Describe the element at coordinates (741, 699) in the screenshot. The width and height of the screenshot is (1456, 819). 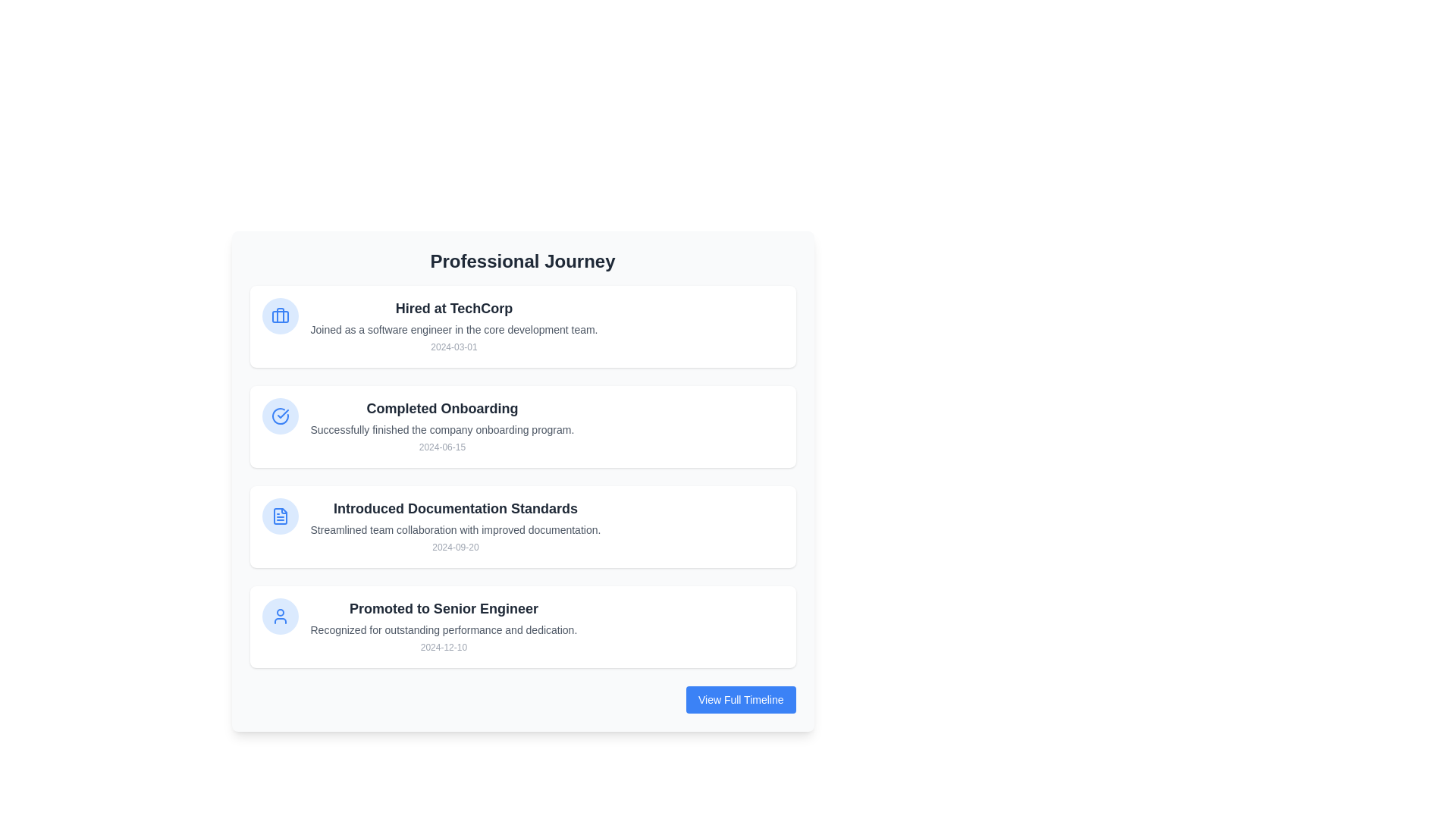
I see `the button with the blue background and white text 'View Full Timeline', located at the bottom-right corner of the 'Professional Journey' section card` at that location.